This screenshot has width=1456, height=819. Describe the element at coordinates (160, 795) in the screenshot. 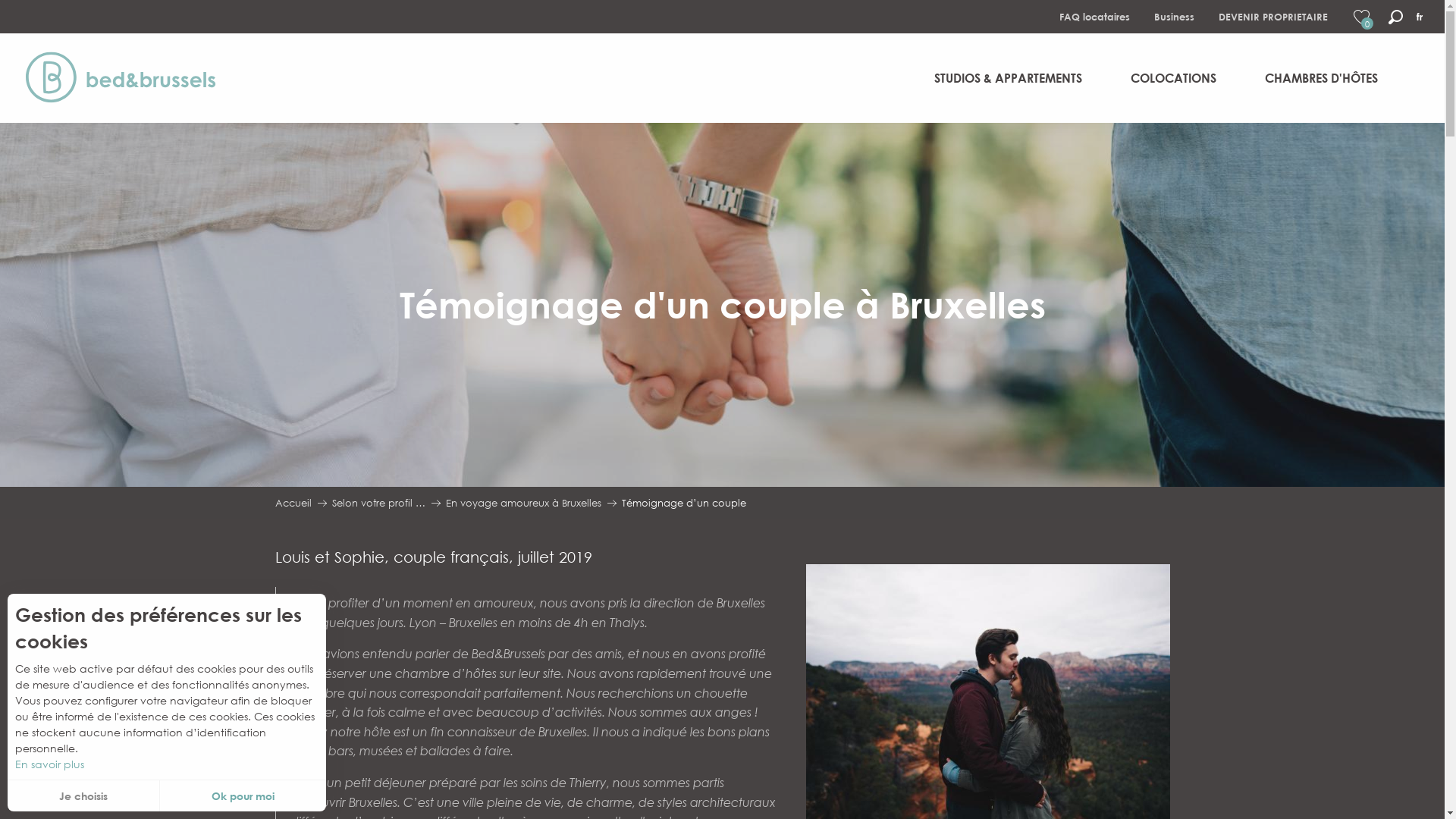

I see `'Ok pour moi'` at that location.